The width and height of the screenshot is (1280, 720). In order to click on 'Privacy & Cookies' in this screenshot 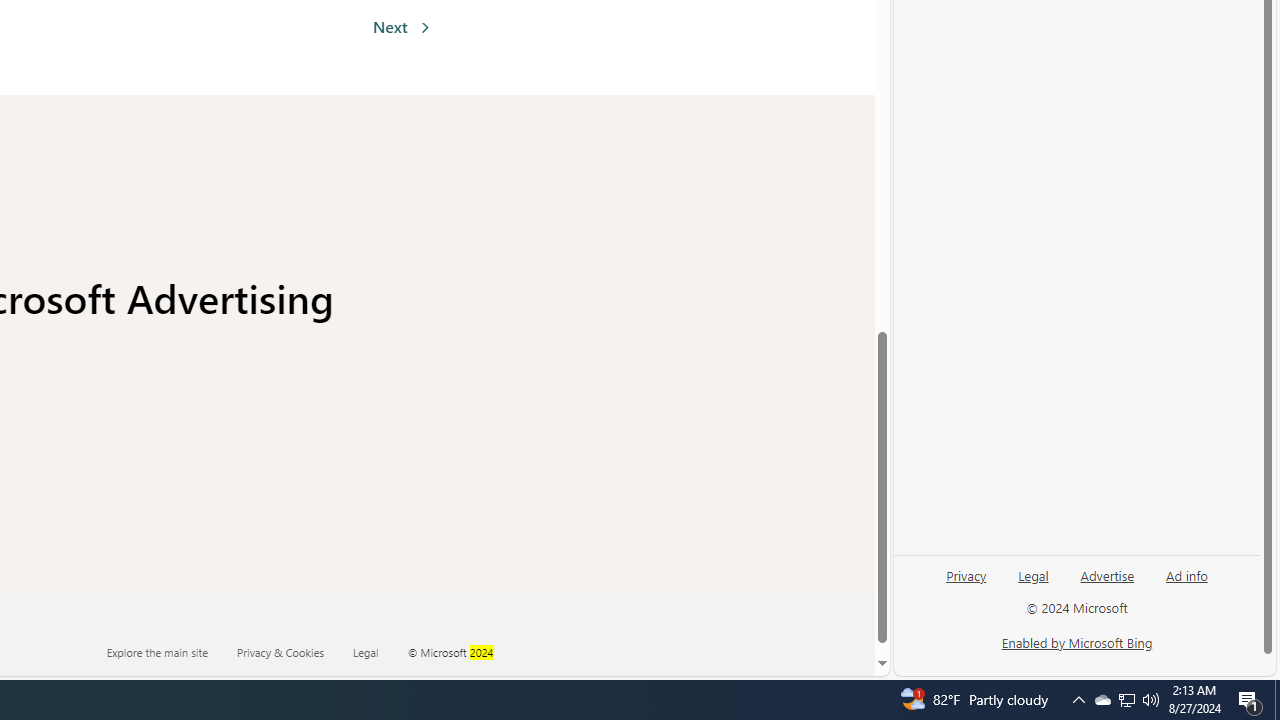, I will do `click(279, 651)`.